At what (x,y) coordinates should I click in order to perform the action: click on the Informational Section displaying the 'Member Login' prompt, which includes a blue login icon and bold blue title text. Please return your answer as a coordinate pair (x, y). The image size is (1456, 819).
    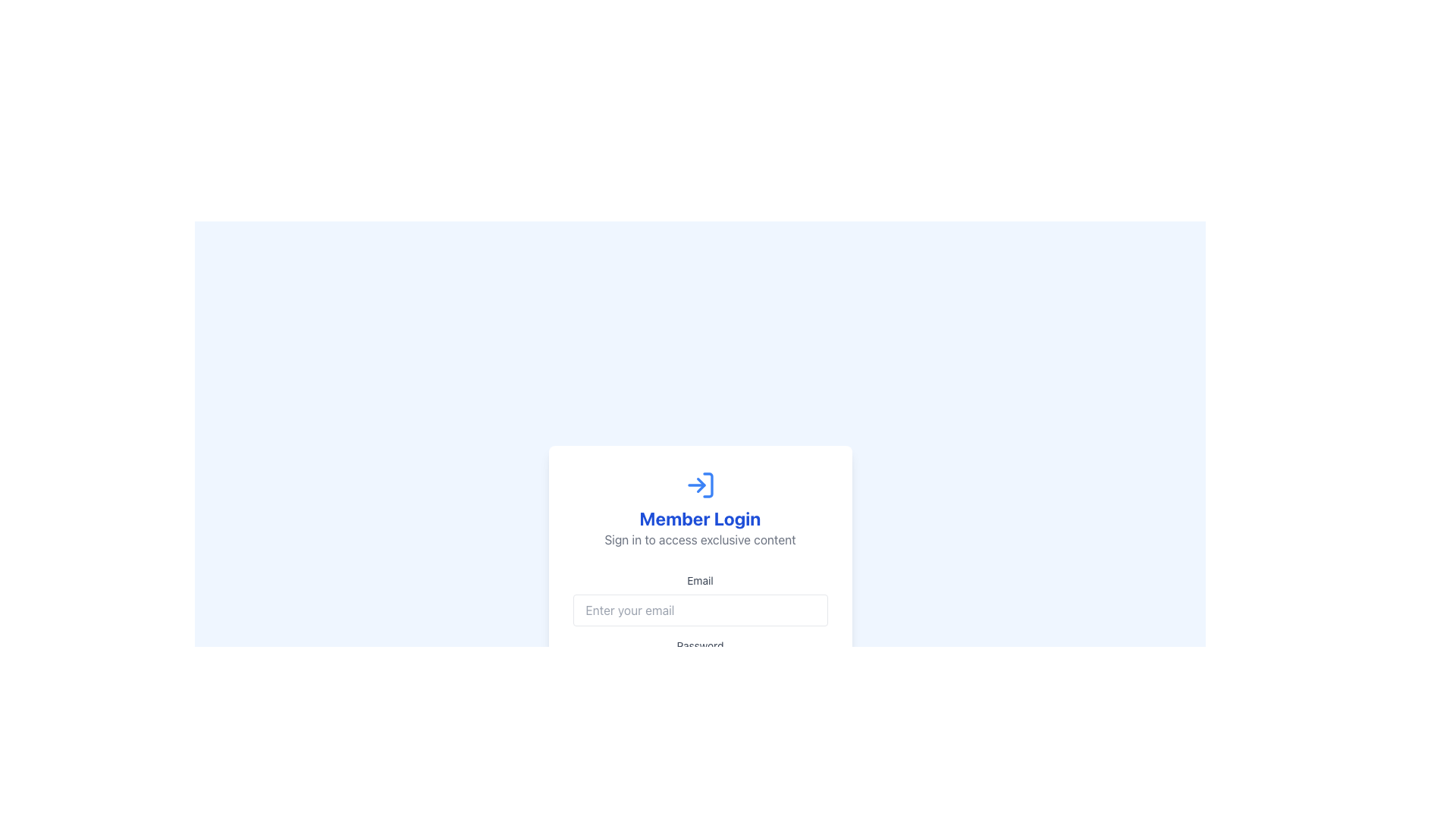
    Looking at the image, I should click on (699, 509).